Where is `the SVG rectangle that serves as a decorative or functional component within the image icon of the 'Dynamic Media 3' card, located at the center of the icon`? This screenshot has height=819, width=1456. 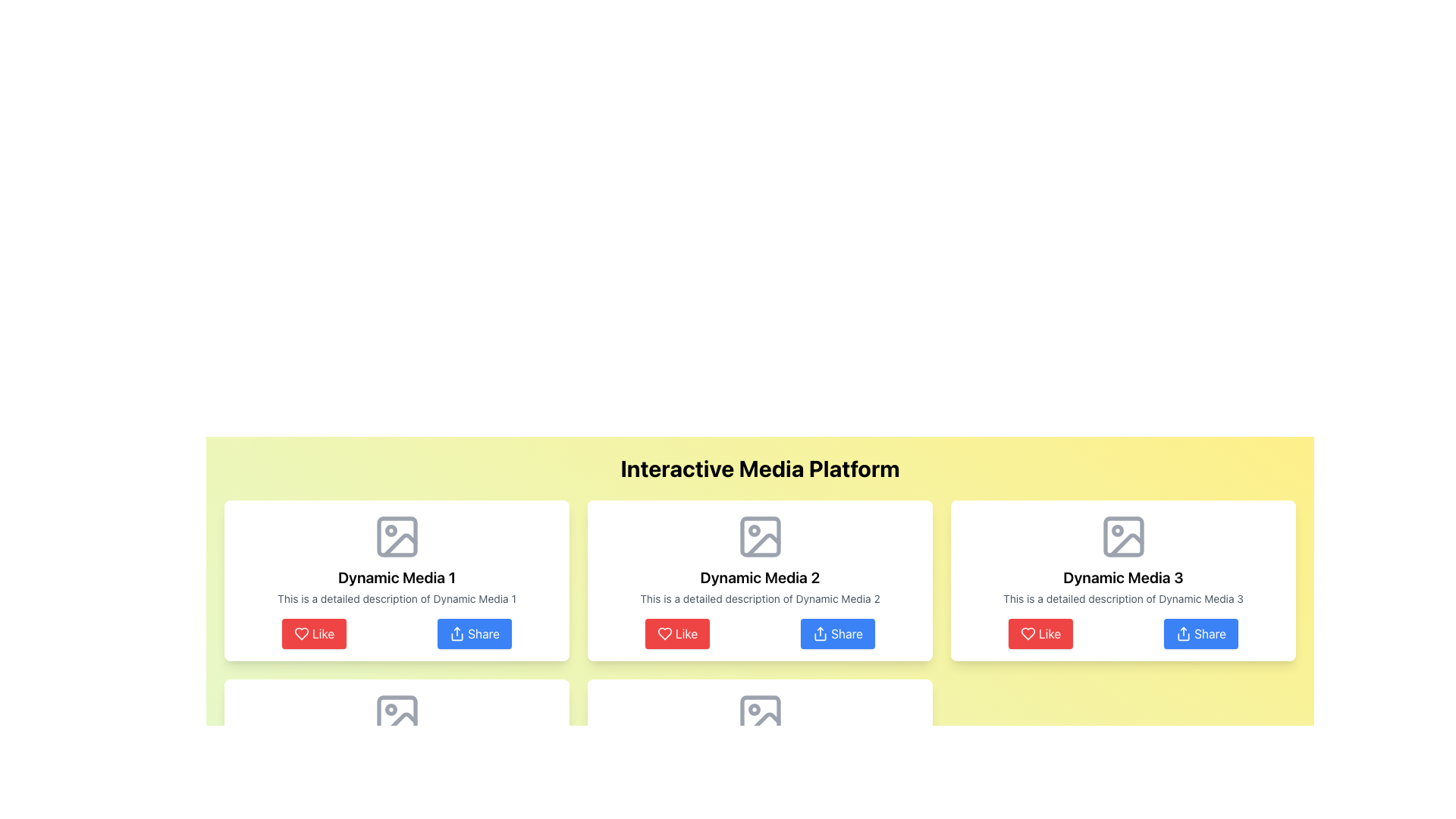 the SVG rectangle that serves as a decorative or functional component within the image icon of the 'Dynamic Media 3' card, located at the center of the icon is located at coordinates (1123, 536).